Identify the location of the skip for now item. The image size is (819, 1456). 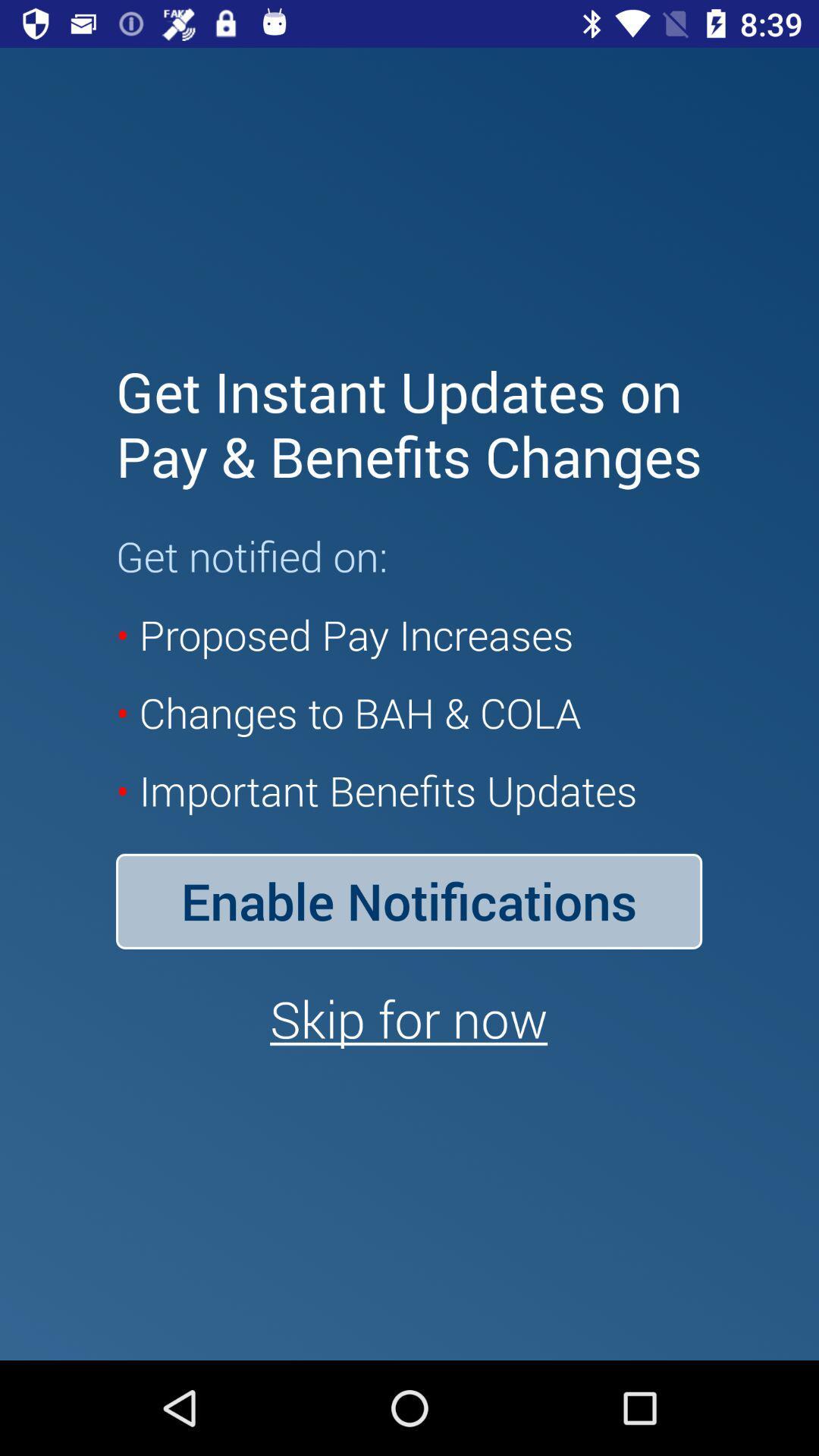
(408, 1018).